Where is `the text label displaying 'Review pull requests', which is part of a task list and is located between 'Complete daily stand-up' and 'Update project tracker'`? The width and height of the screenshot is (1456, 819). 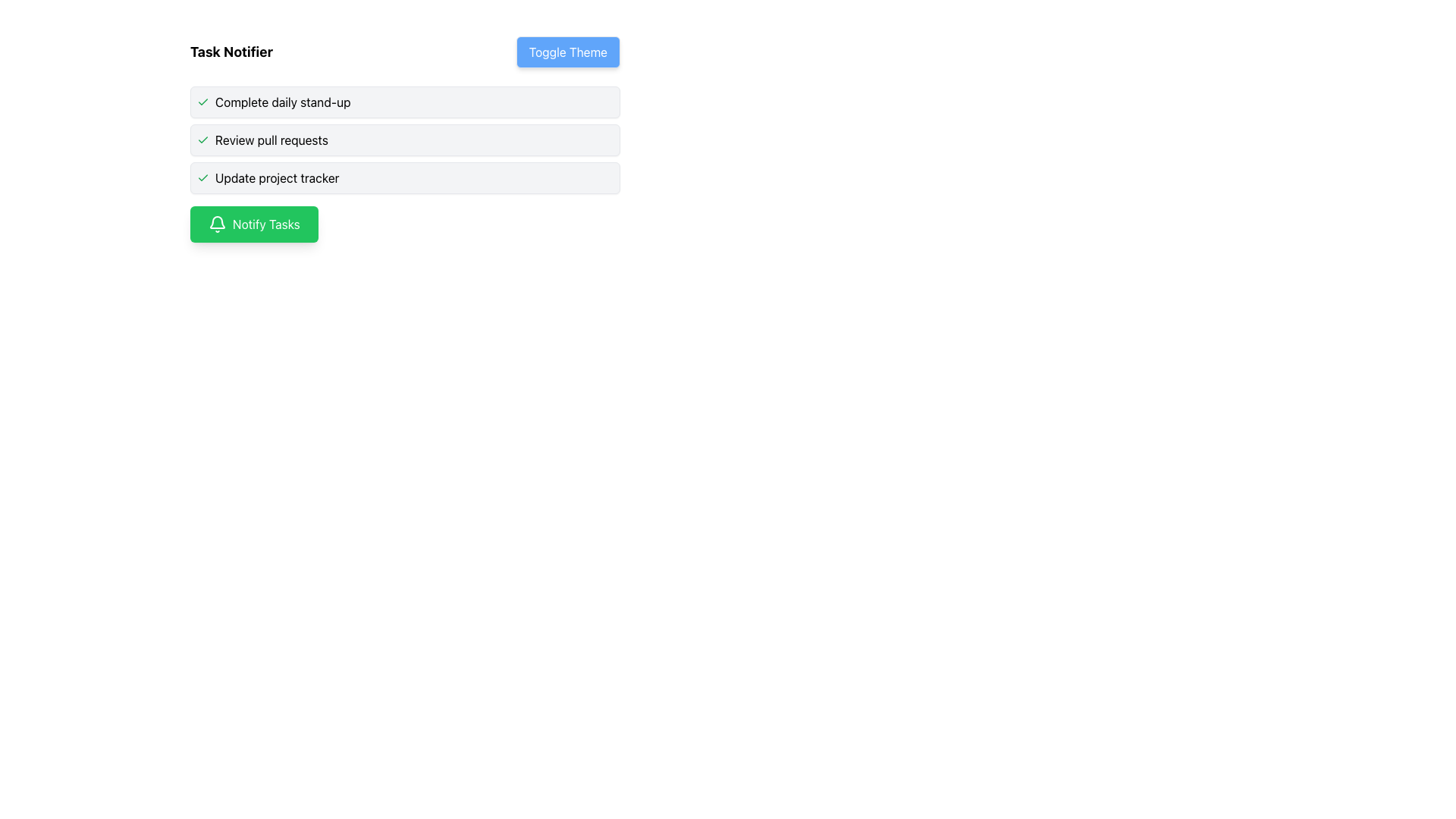
the text label displaying 'Review pull requests', which is part of a task list and is located between 'Complete daily stand-up' and 'Update project tracker' is located at coordinates (271, 140).